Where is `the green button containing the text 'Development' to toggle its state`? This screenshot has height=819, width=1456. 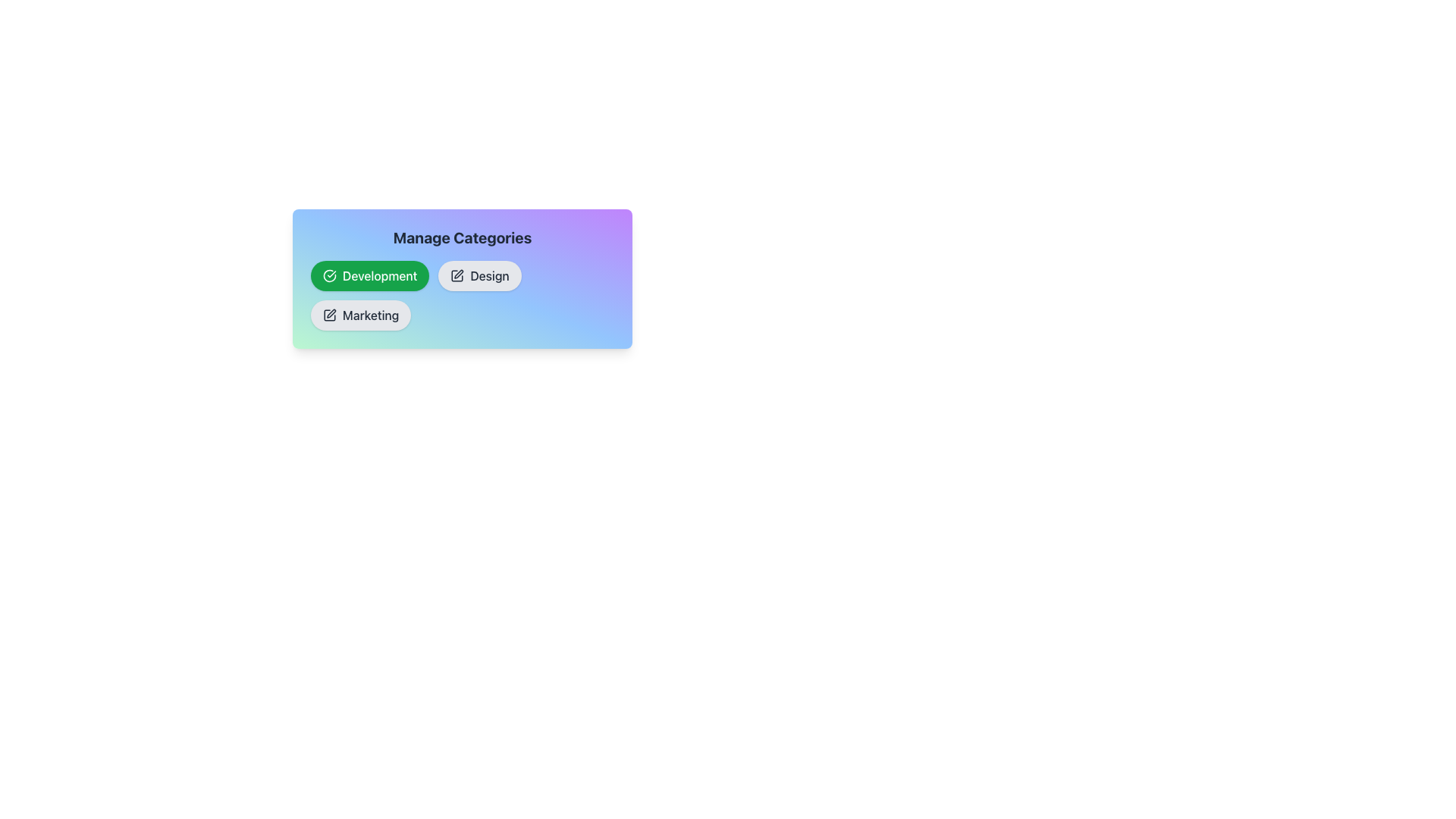
the green button containing the text 'Development' to toggle its state is located at coordinates (379, 275).